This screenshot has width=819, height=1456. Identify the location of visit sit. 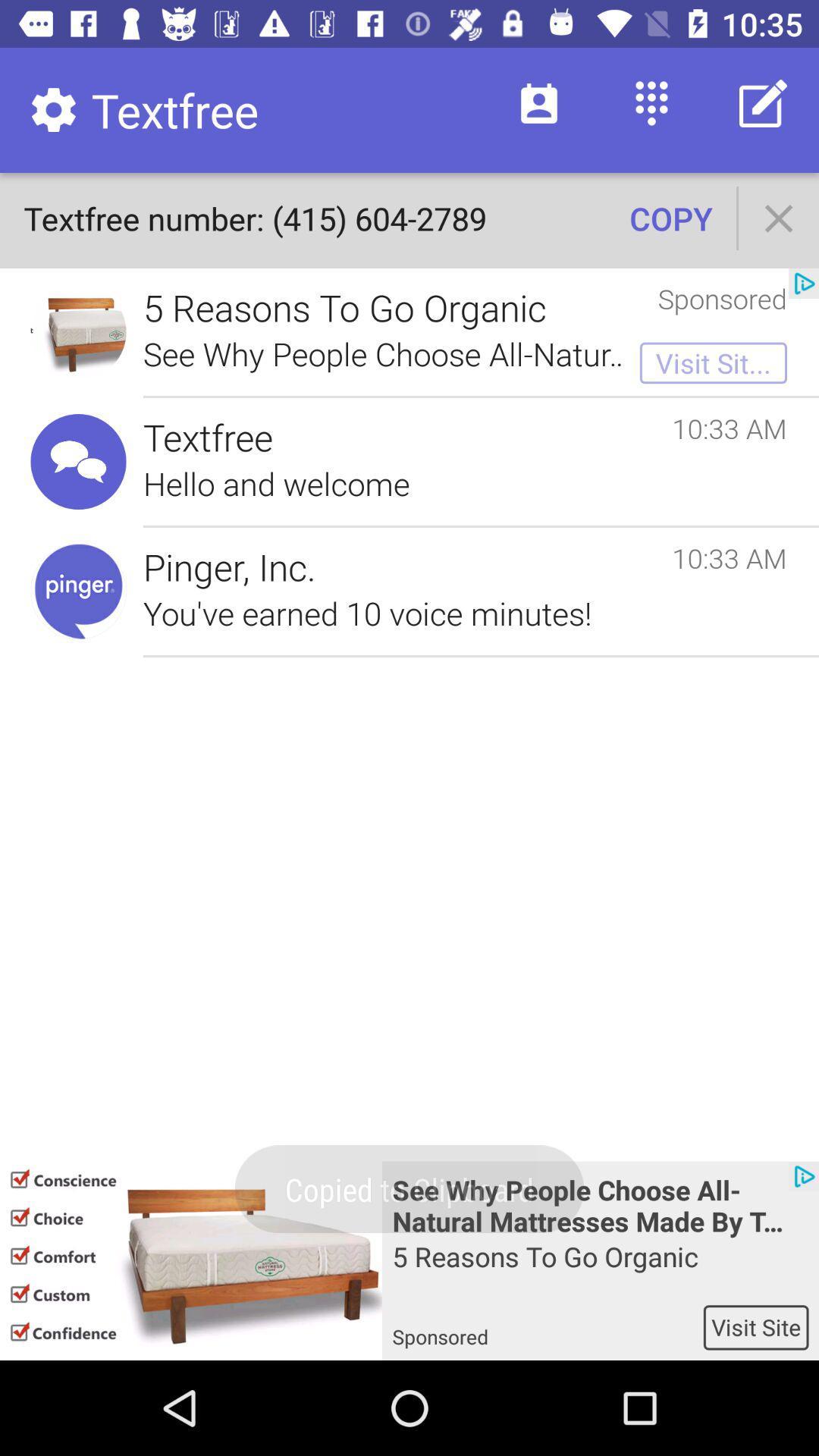
(714, 362).